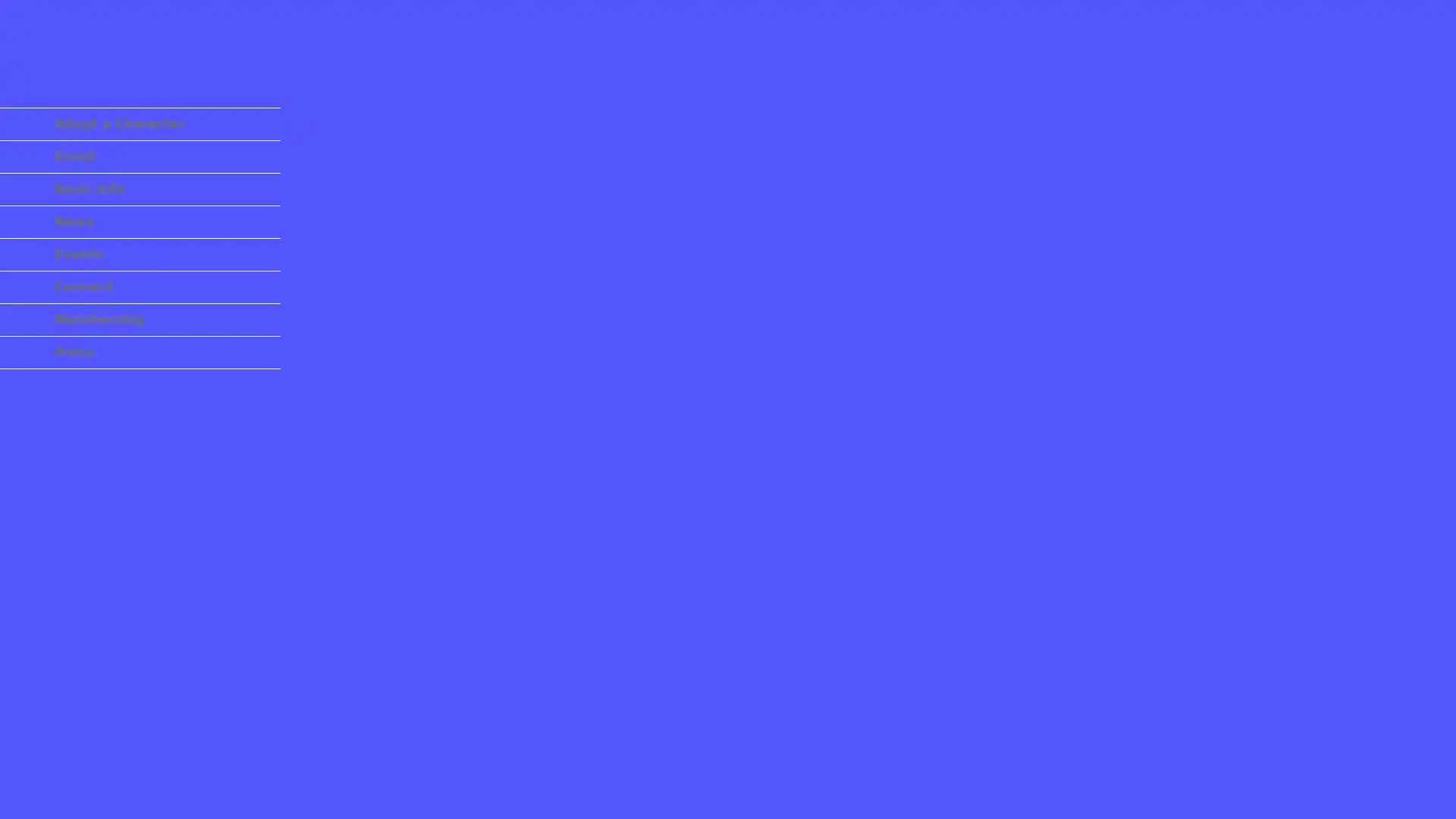  I want to click on U+30AC, so click(927, 650).